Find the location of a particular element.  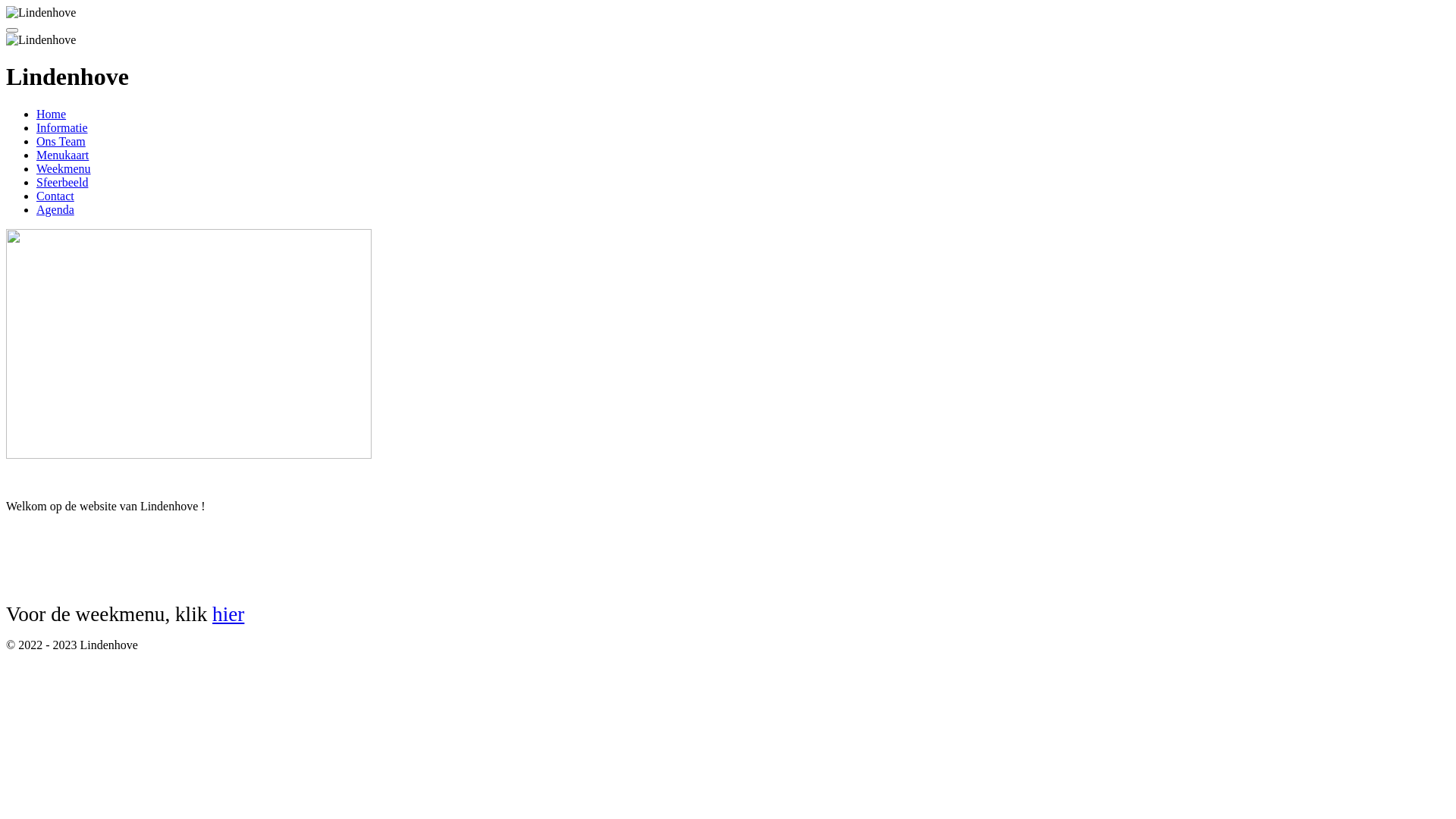

'Informatie' is located at coordinates (36, 127).